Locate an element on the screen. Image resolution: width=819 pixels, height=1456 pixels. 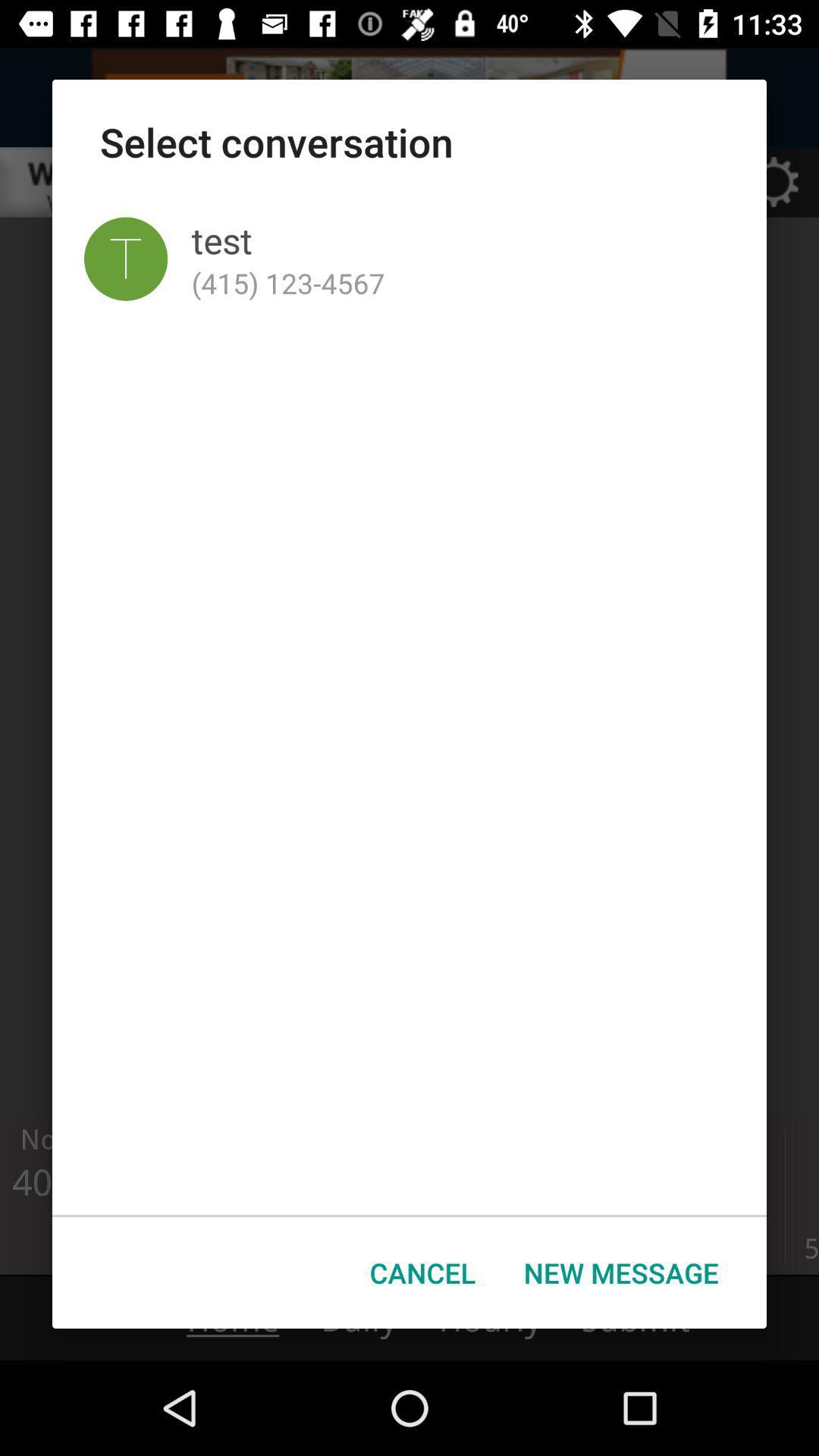
the icon below the select conversation is located at coordinates (125, 259).